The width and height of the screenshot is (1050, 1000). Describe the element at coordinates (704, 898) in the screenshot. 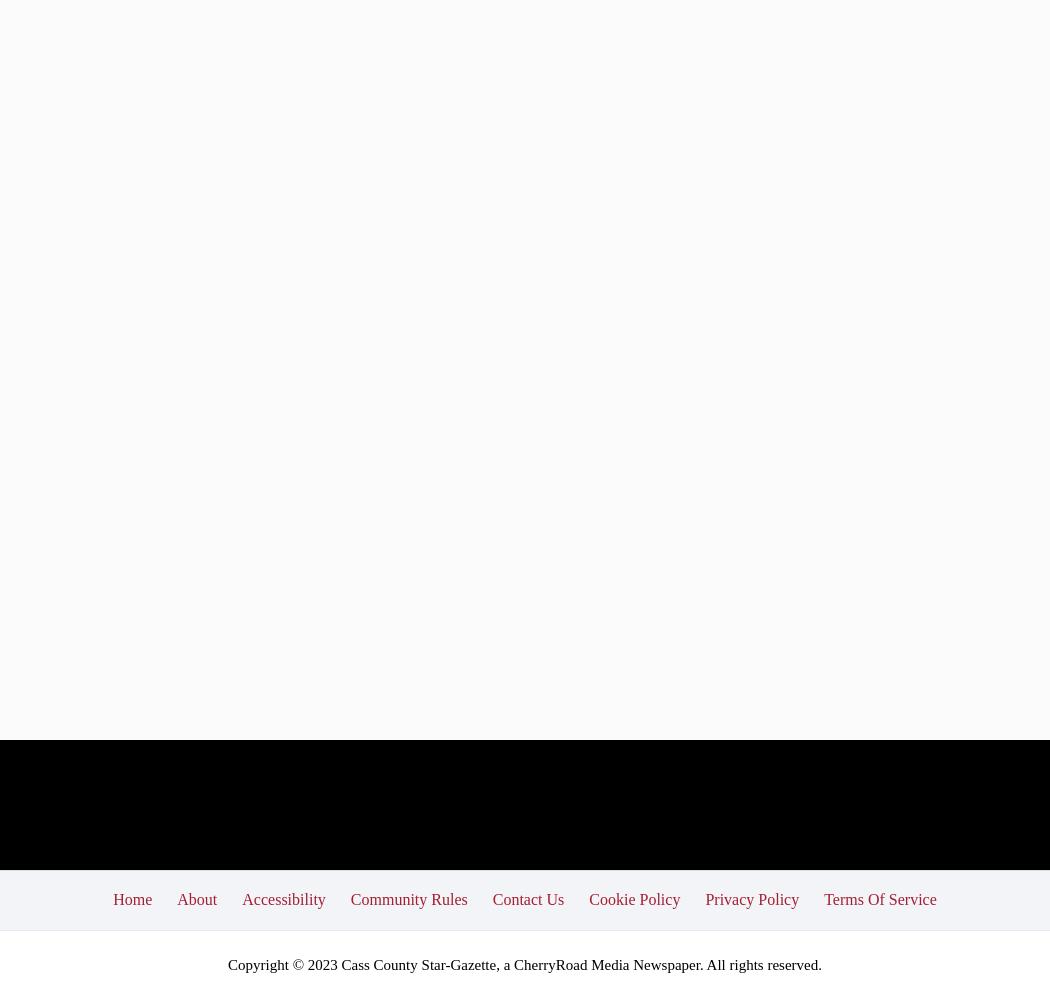

I see `'Privacy Policy'` at that location.